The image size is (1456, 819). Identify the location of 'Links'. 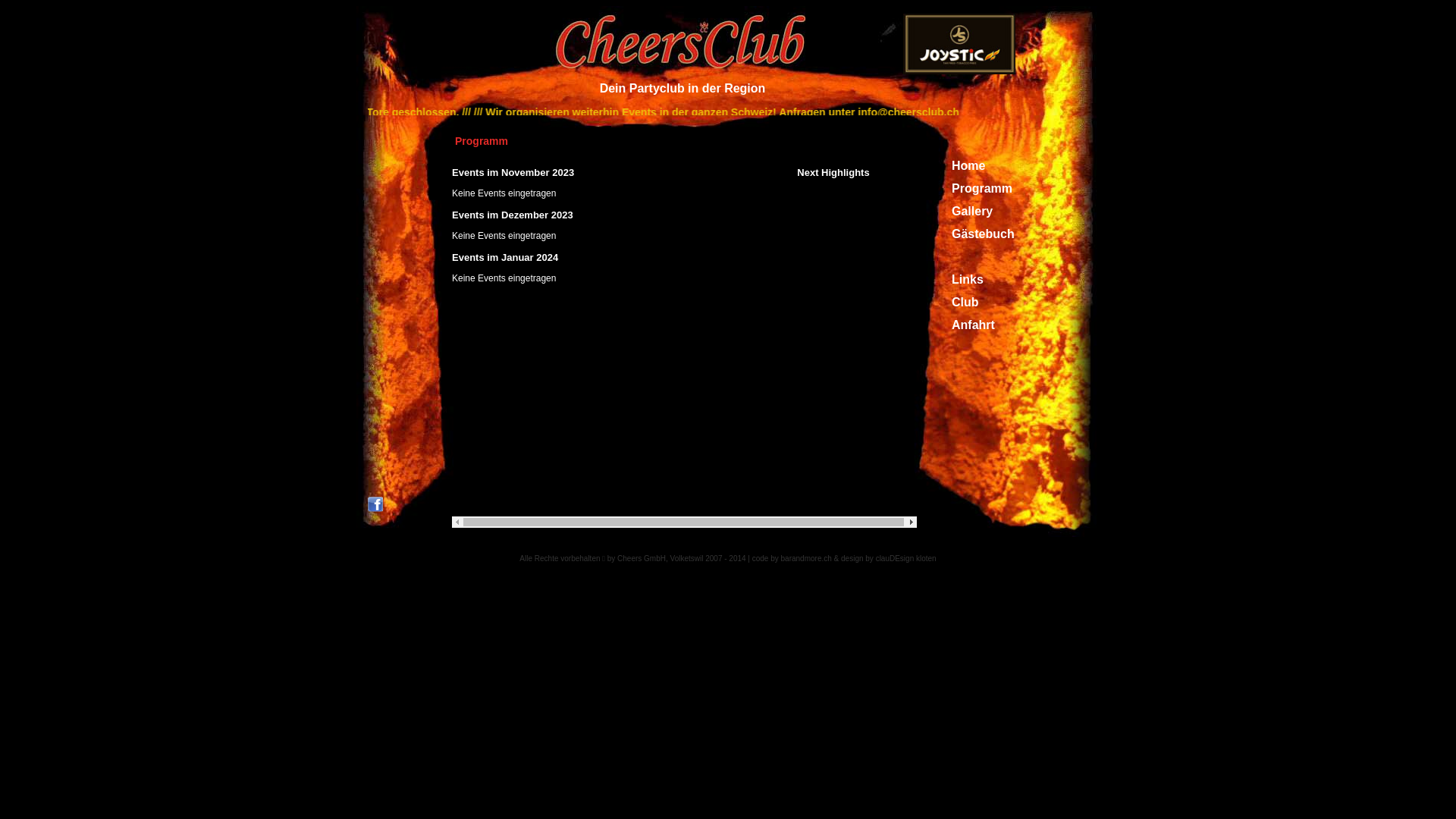
(950, 279).